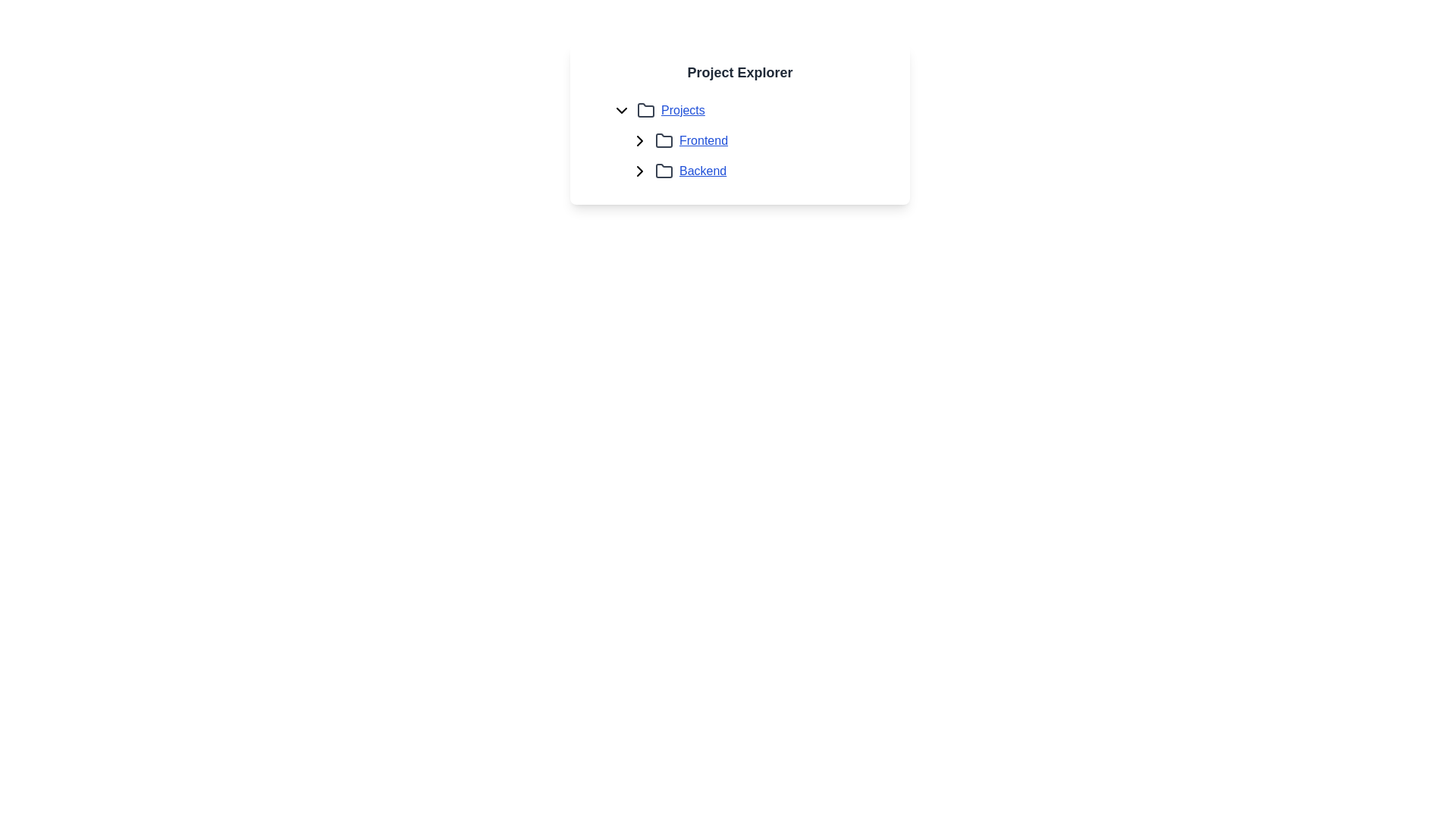  Describe the element at coordinates (640, 140) in the screenshot. I see `the arrow icon that indicates expand/collapse for the 'Frontend' section` at that location.